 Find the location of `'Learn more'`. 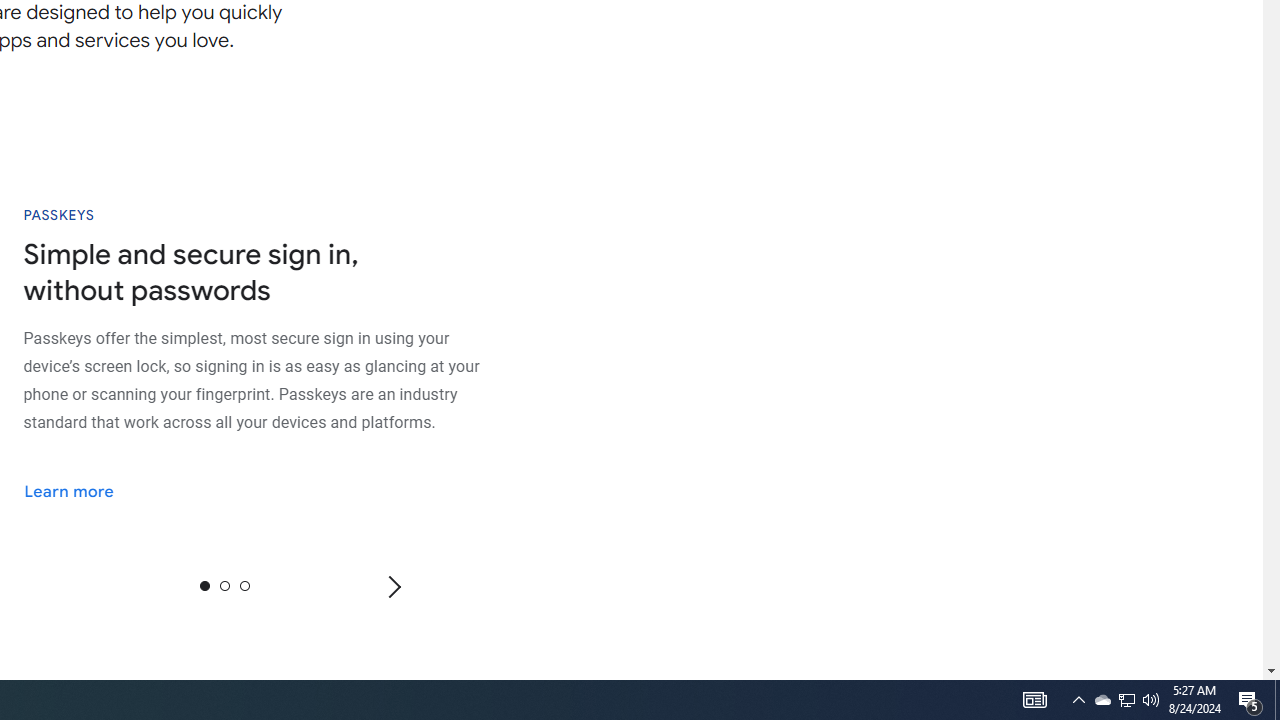

'Learn more' is located at coordinates (81, 490).